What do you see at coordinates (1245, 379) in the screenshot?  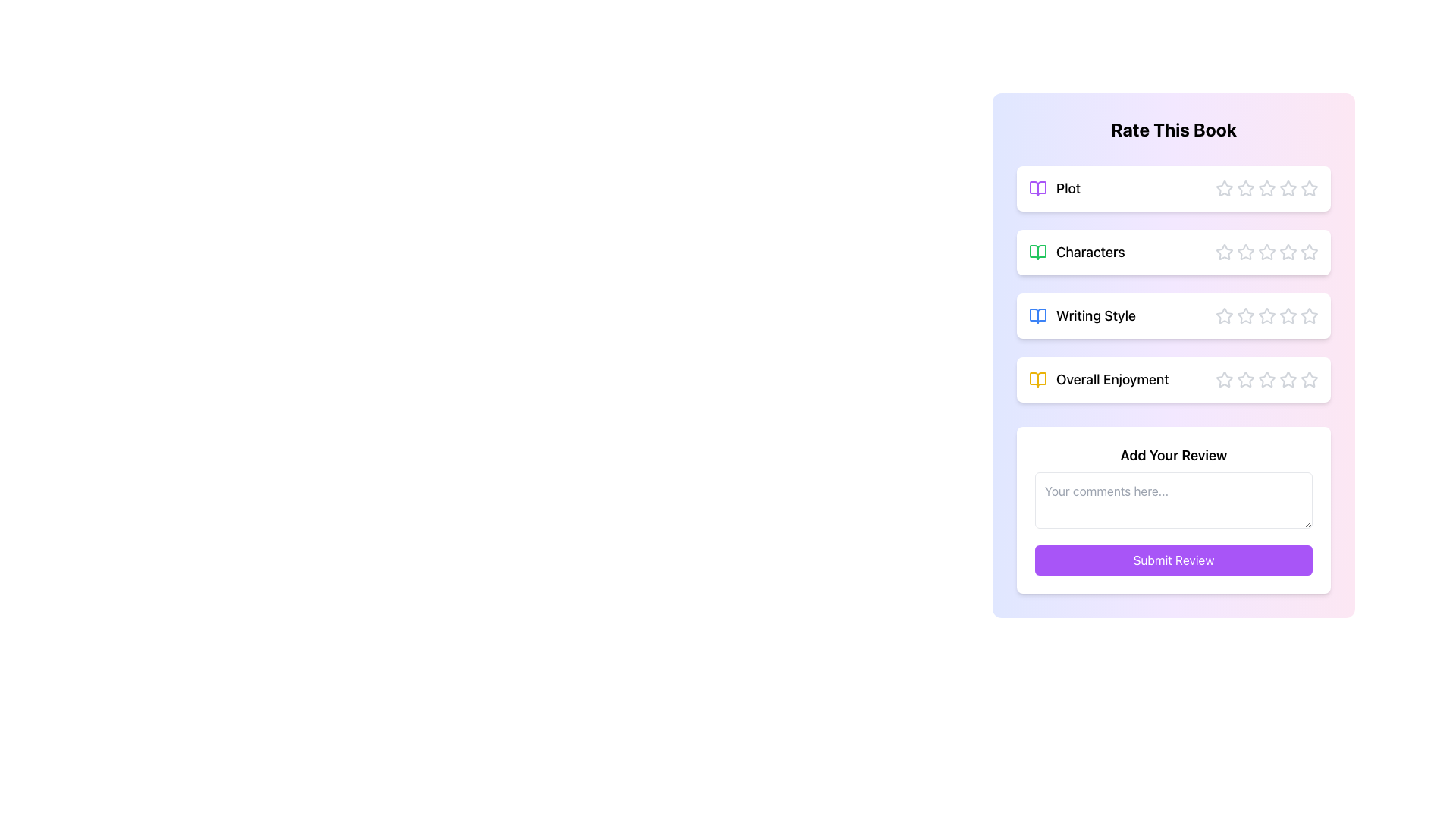 I see `the third star icon in the 'Overall Enjoyment' section for accessibility features` at bounding box center [1245, 379].